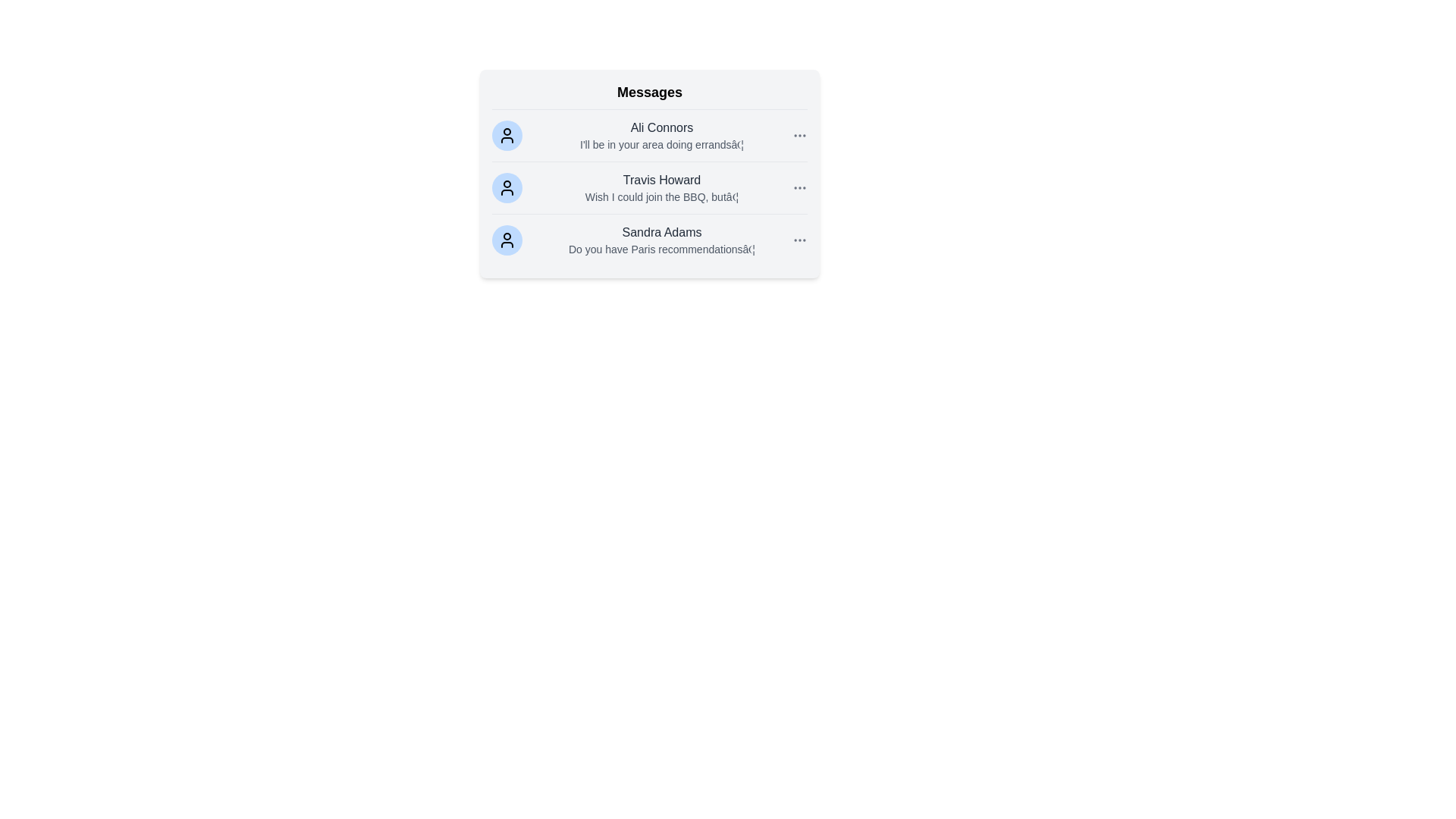 The height and width of the screenshot is (819, 1456). Describe the element at coordinates (662, 233) in the screenshot. I see `the text label displaying 'Sandra Adams' for additional actions` at that location.